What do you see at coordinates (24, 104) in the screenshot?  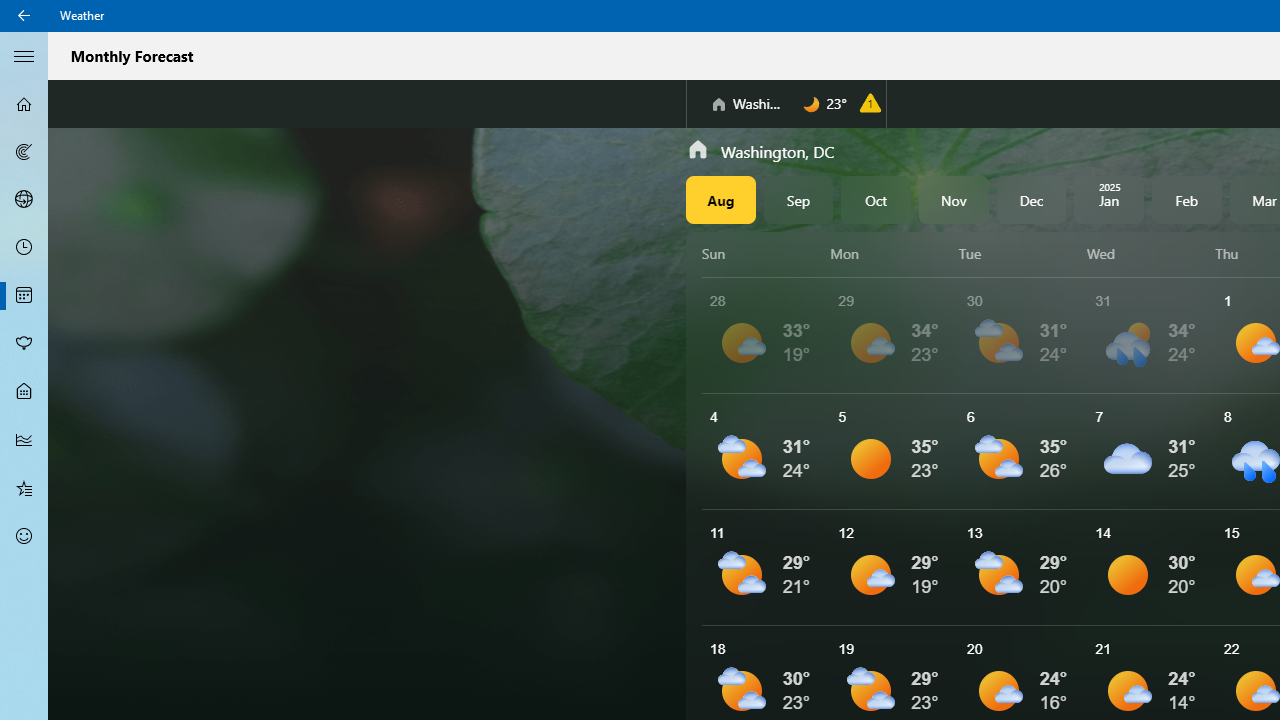 I see `'Forecast - Not Selected'` at bounding box center [24, 104].